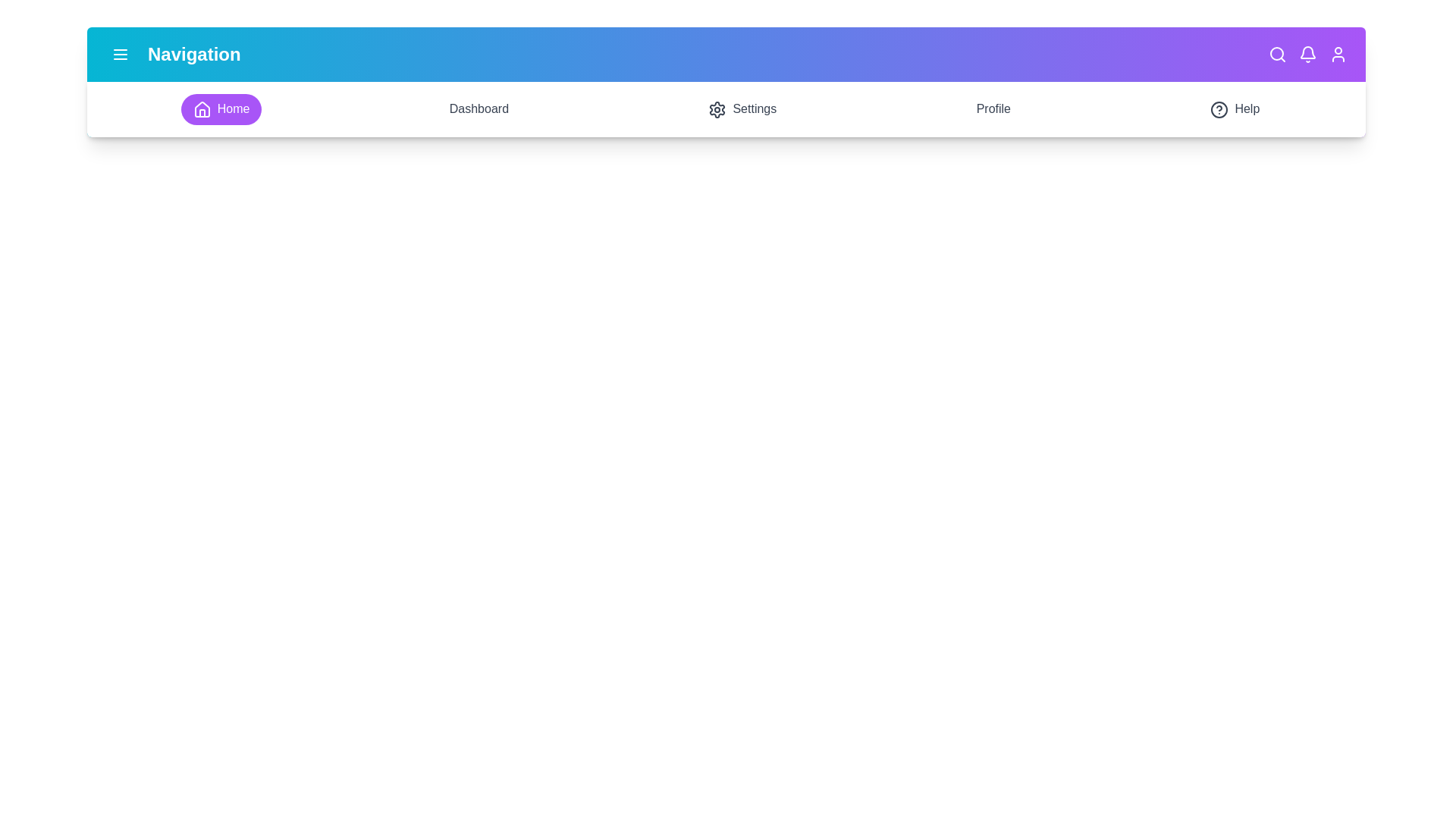  What do you see at coordinates (221, 108) in the screenshot?
I see `the Home section in the navigation bar` at bounding box center [221, 108].